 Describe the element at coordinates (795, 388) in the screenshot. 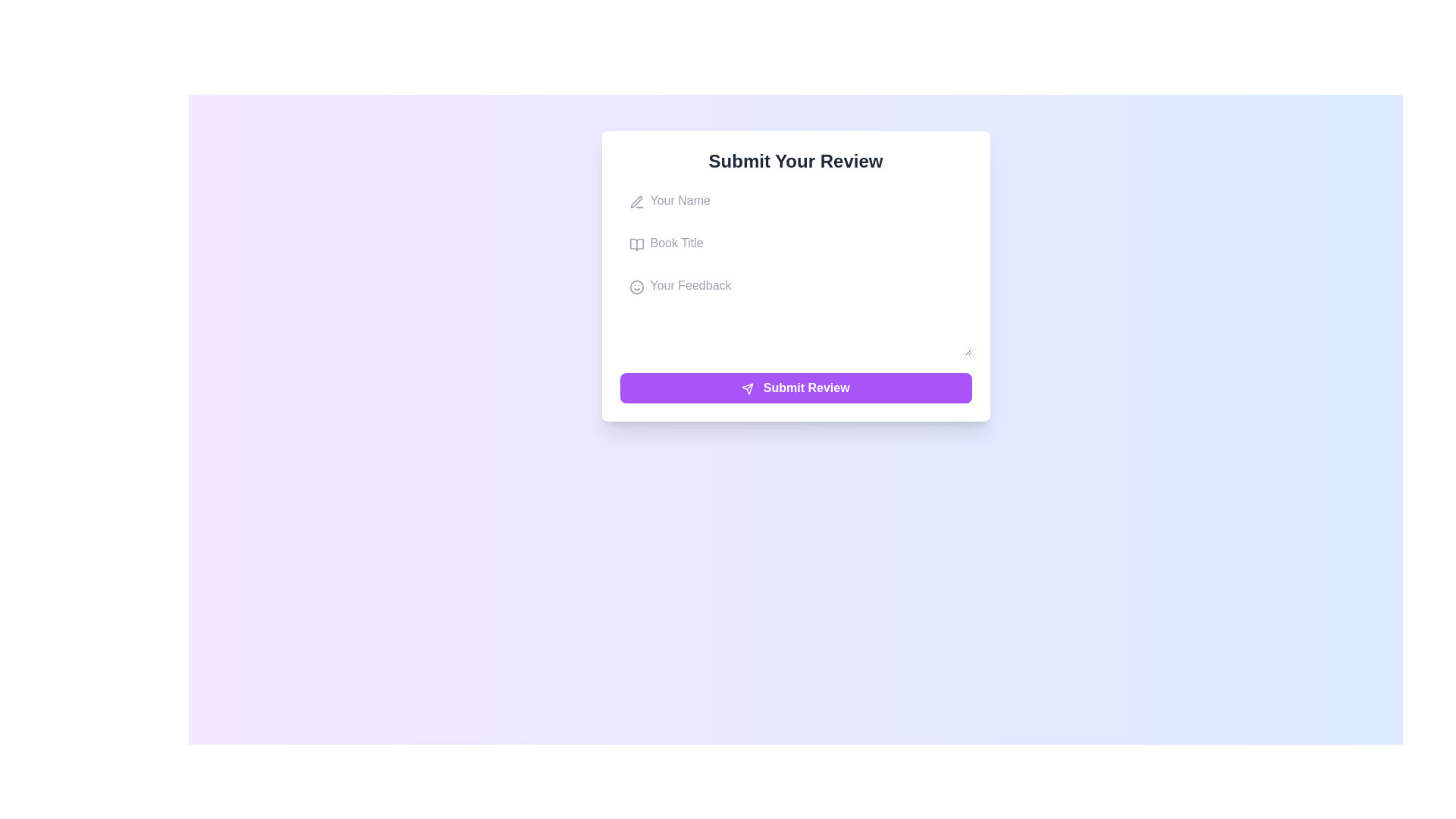

I see `the submit button located at the bottom center of the form` at that location.